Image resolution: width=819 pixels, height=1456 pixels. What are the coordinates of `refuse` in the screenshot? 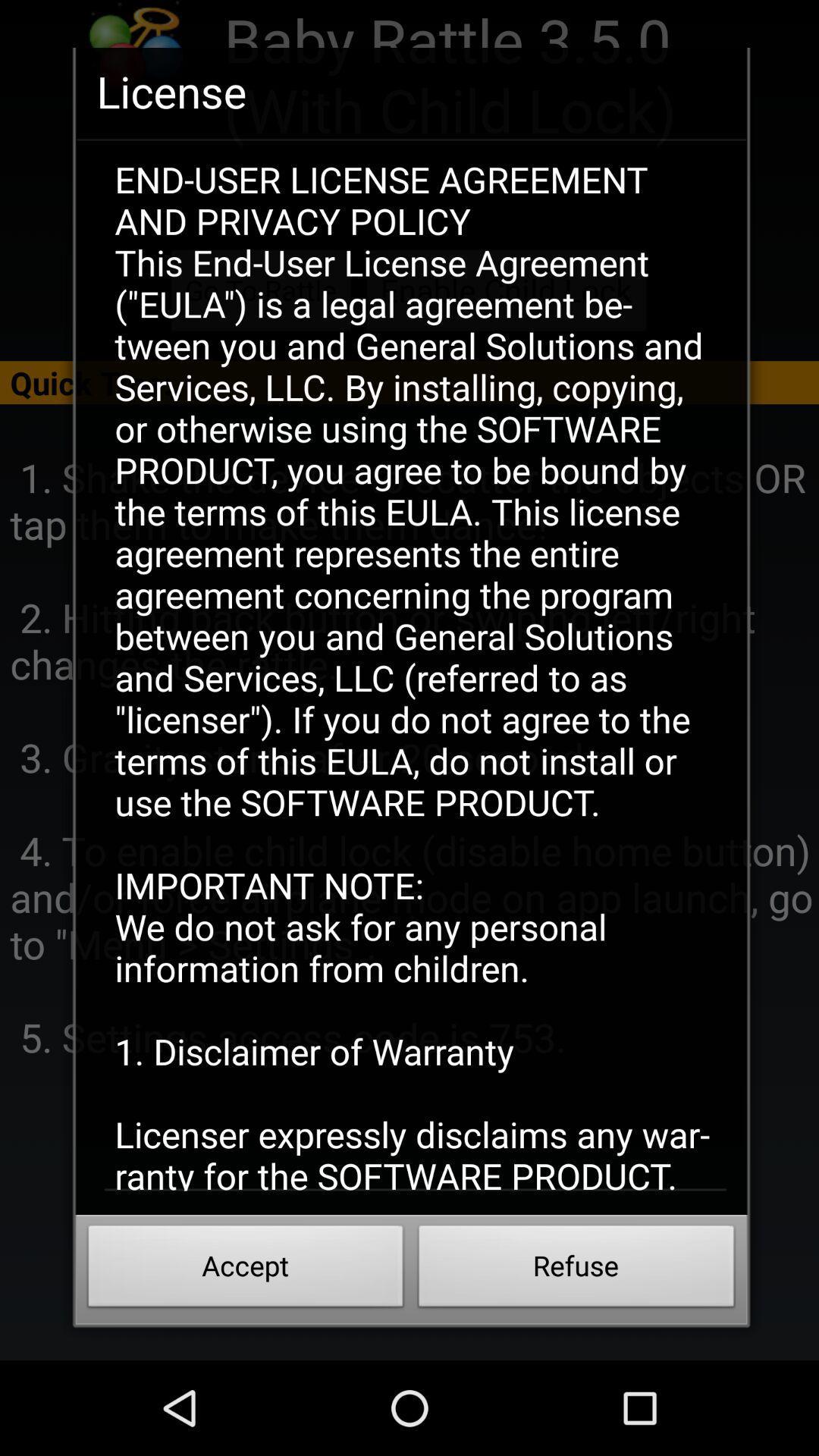 It's located at (576, 1270).